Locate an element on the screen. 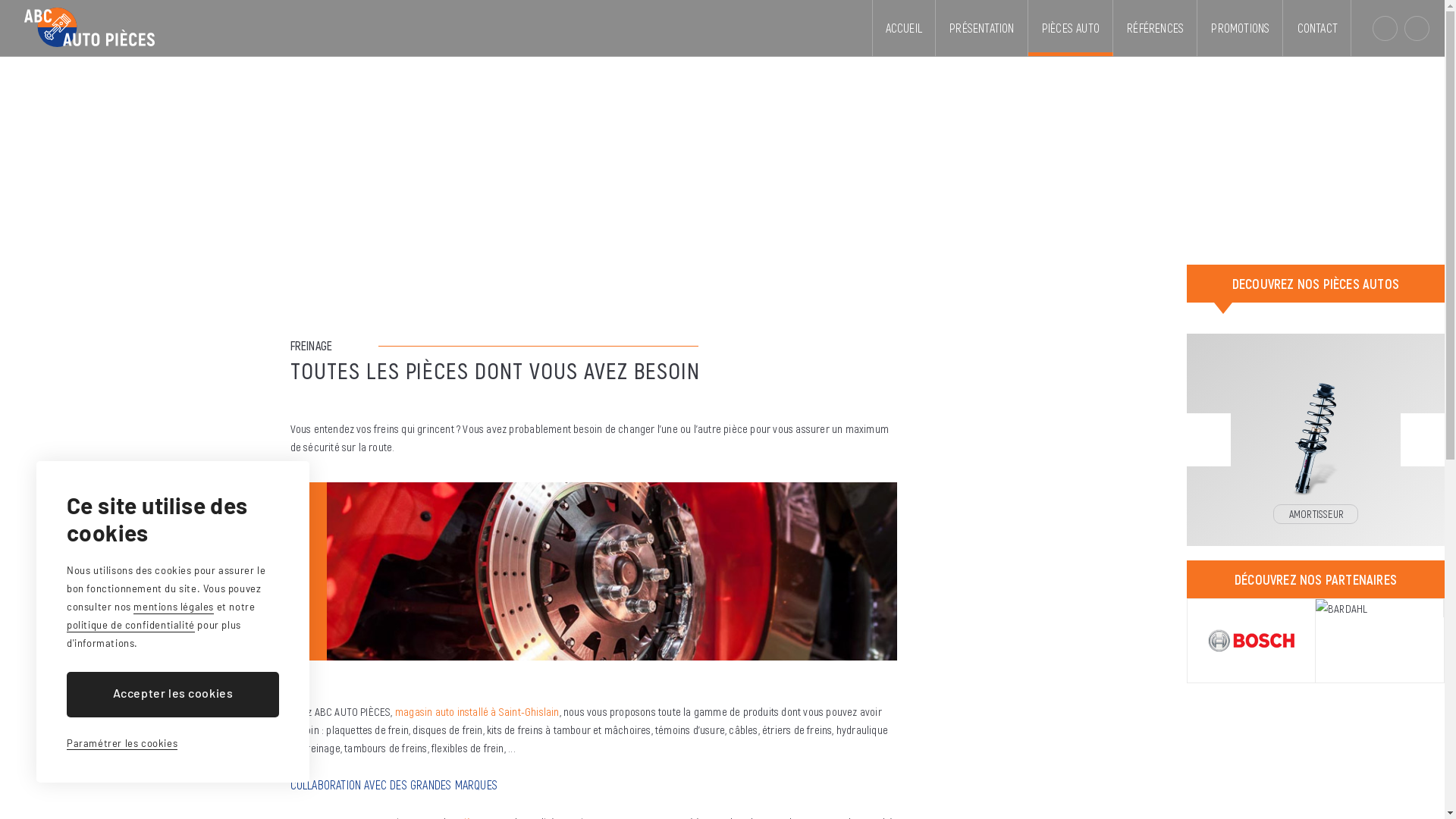 This screenshot has width=1456, height=819. 'Amortisseur' is located at coordinates (1314, 419).